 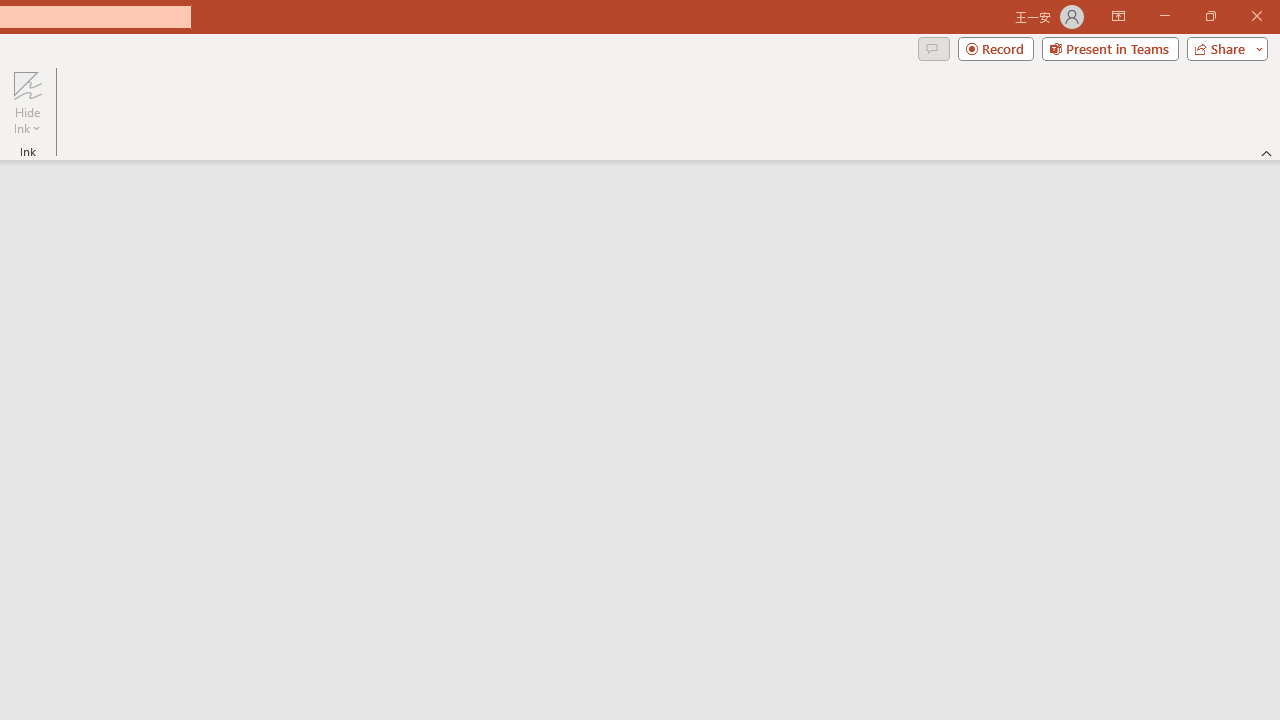 What do you see at coordinates (932, 47) in the screenshot?
I see `'Comments'` at bounding box center [932, 47].